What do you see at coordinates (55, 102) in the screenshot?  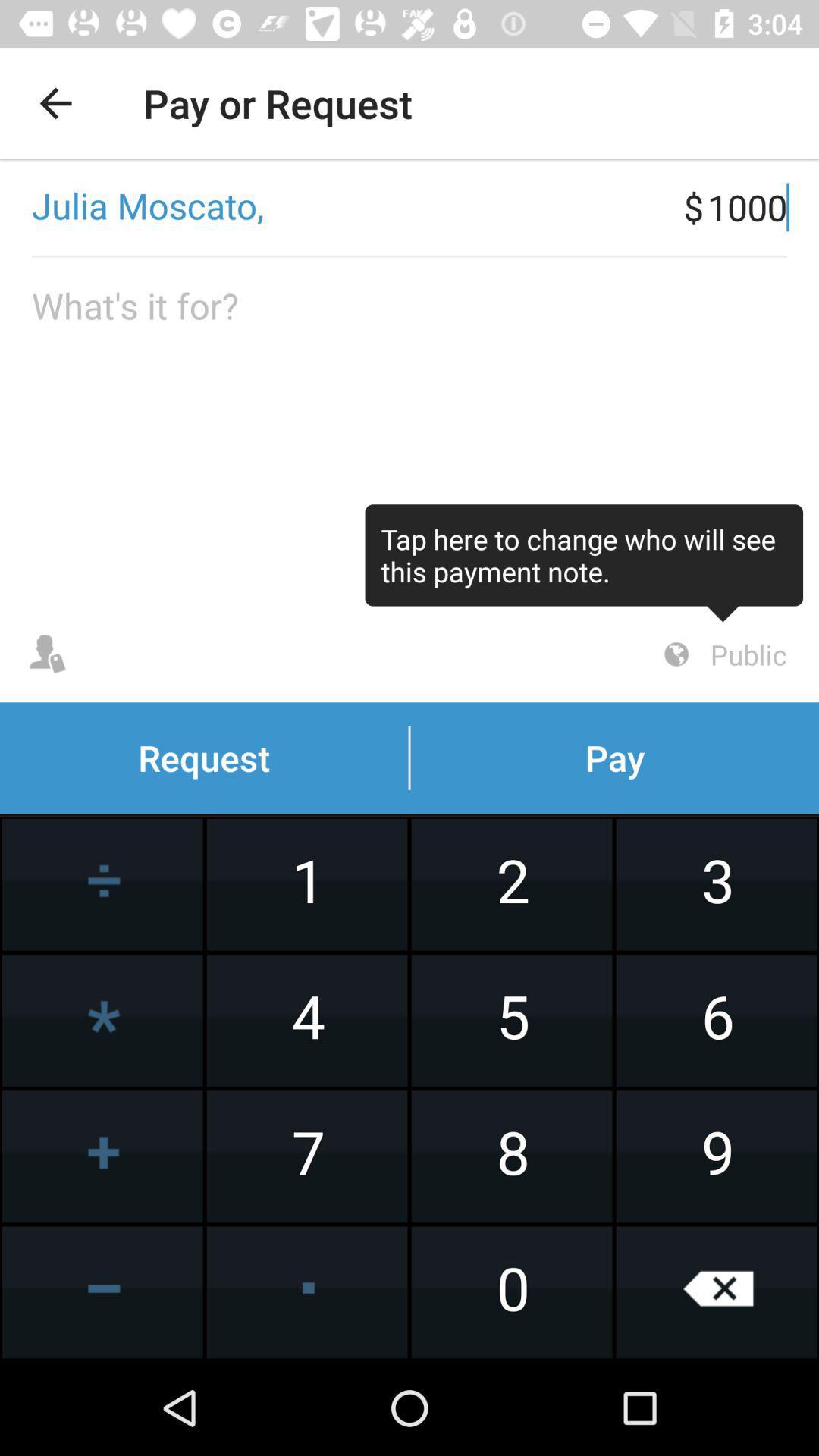 I see `item above ,  item` at bounding box center [55, 102].